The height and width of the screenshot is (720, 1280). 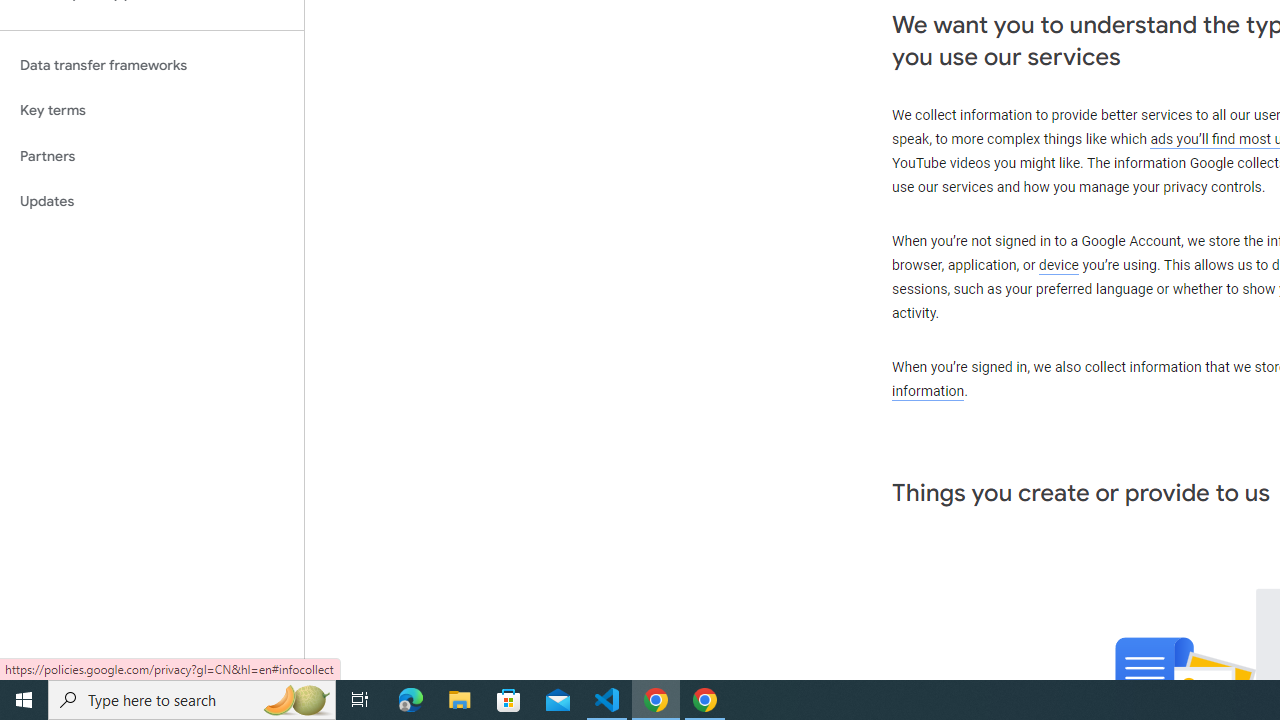 I want to click on 'Partners', so click(x=151, y=155).